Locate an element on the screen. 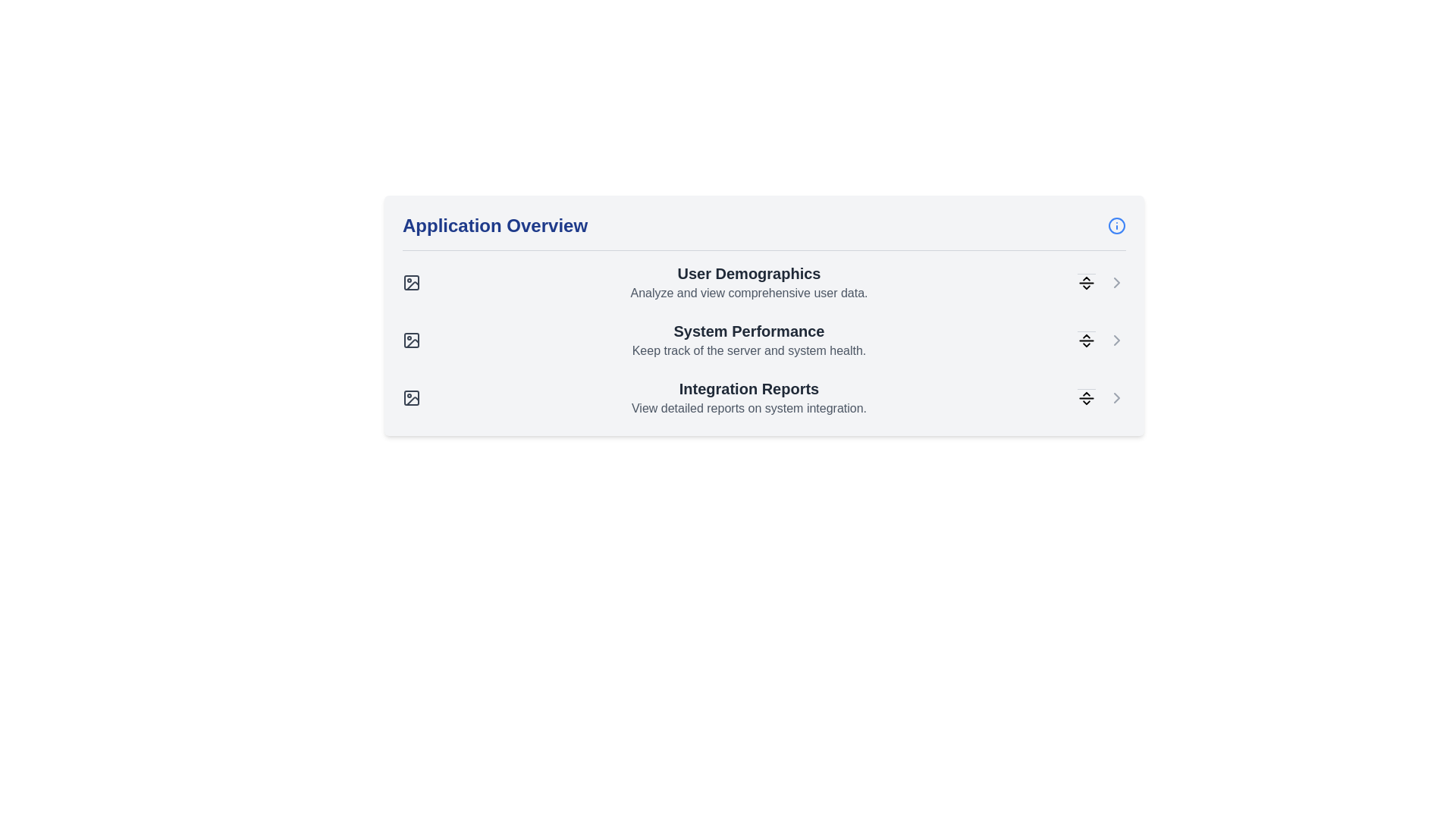 The image size is (1456, 819). the down arrow of the horizontally oriented separator with directional indicators located on the right side of the 'User Demographics' section to move downward is located at coordinates (1086, 283).